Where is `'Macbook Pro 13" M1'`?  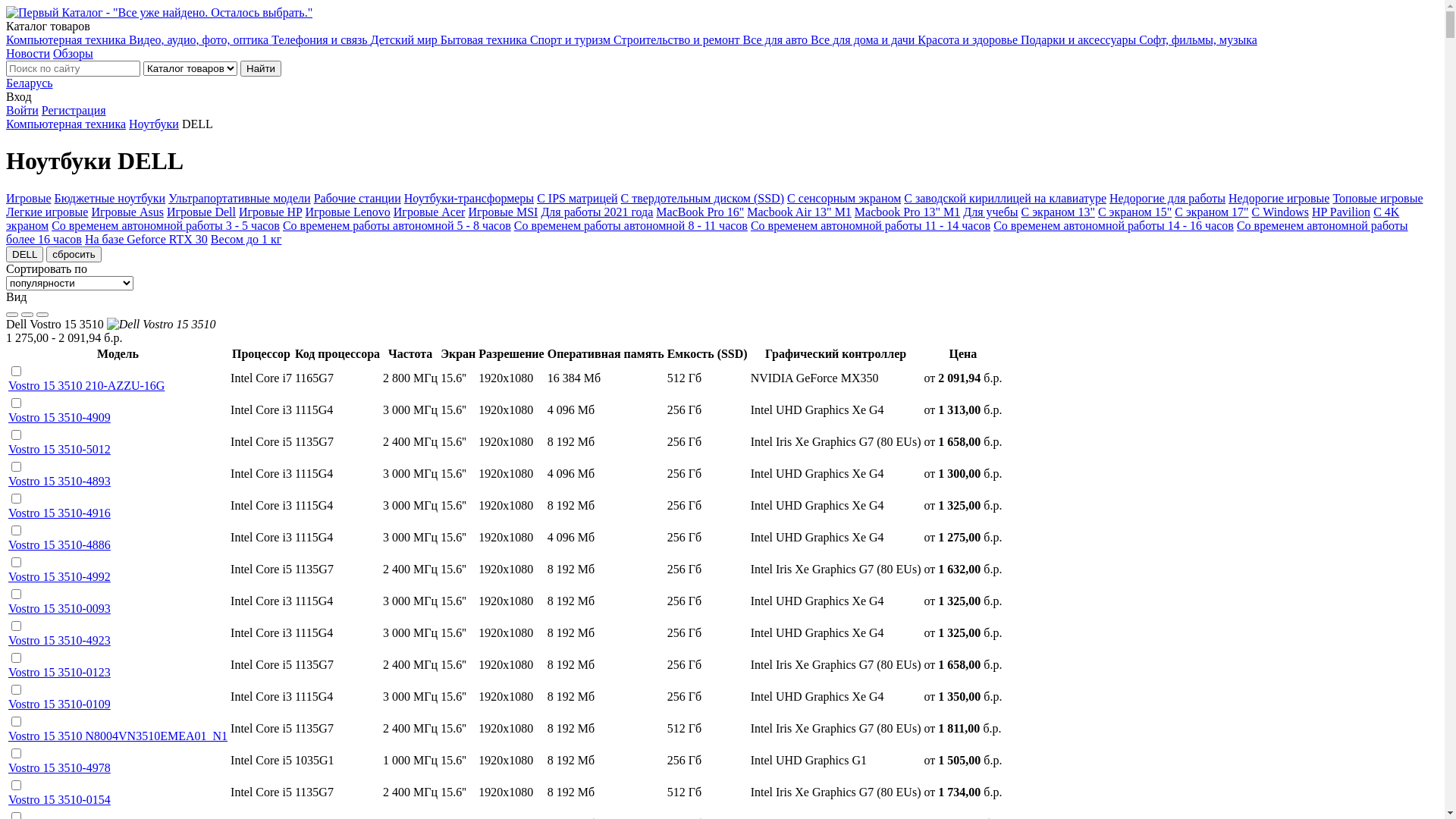
'Macbook Pro 13" M1' is located at coordinates (907, 212).